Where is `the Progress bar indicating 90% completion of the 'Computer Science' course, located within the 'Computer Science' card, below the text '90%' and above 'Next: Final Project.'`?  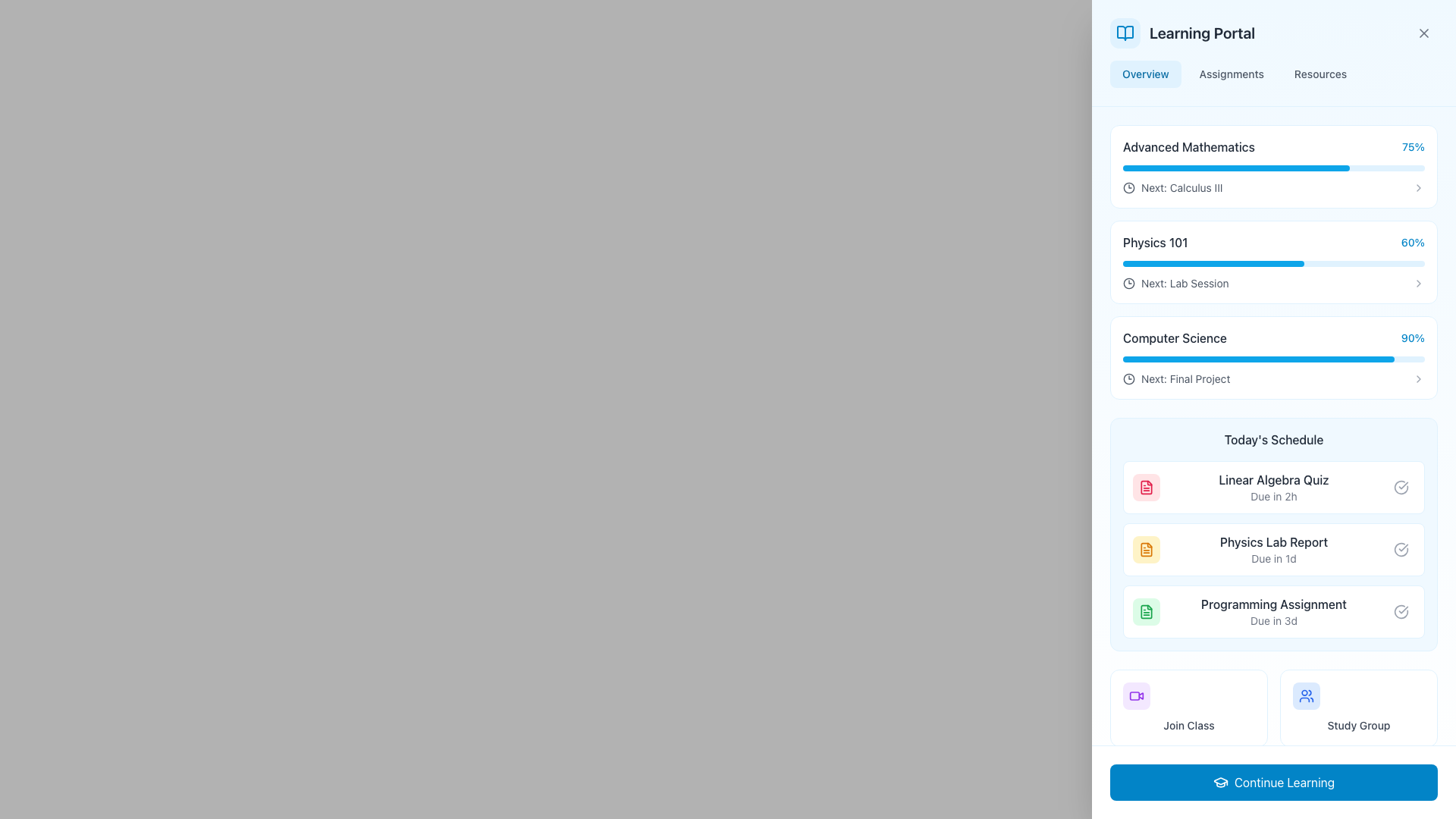 the Progress bar indicating 90% completion of the 'Computer Science' course, located within the 'Computer Science' card, below the text '90%' and above 'Next: Final Project.' is located at coordinates (1274, 359).